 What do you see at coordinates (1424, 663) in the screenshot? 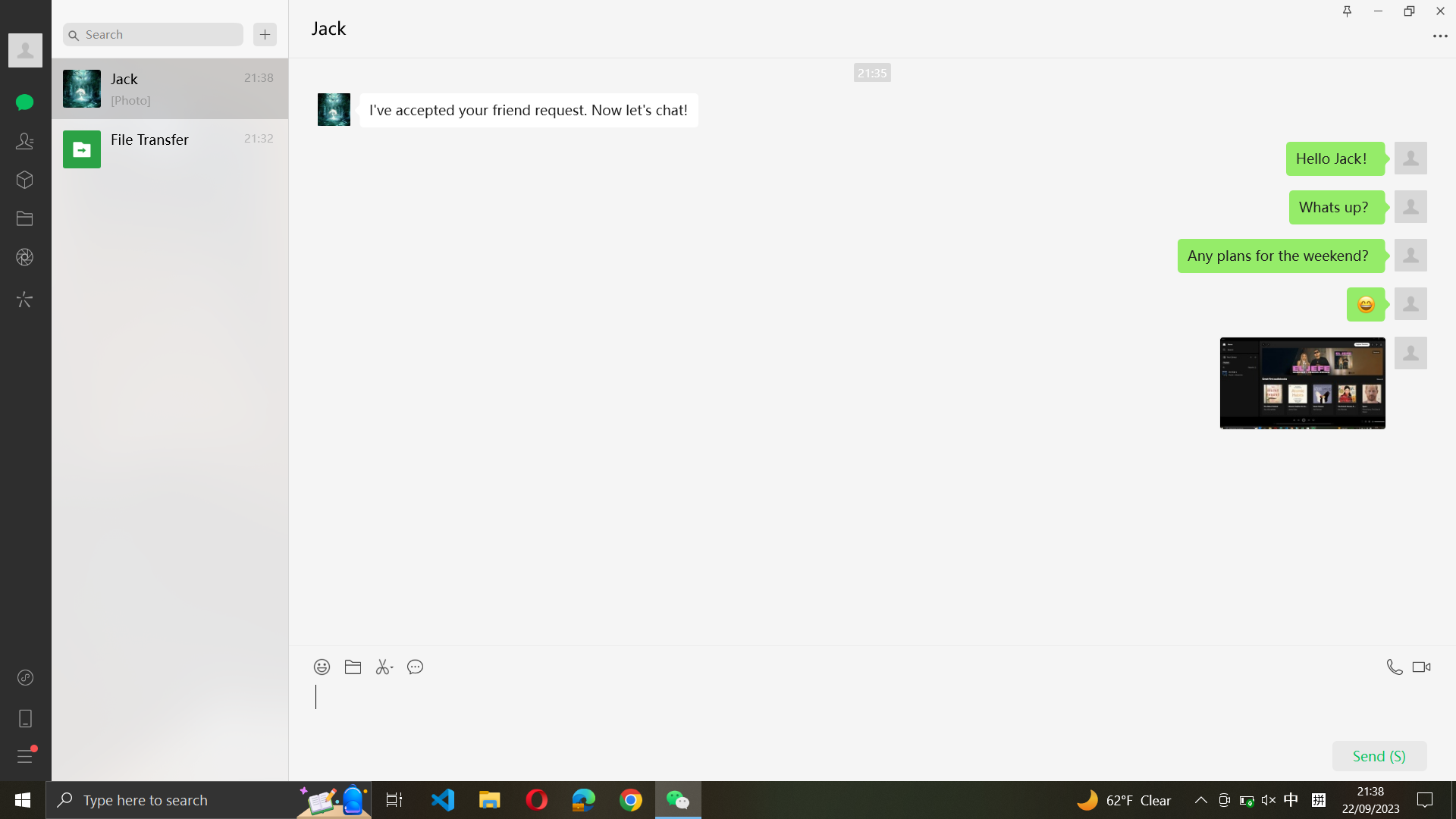
I see `video call to Jack` at bounding box center [1424, 663].